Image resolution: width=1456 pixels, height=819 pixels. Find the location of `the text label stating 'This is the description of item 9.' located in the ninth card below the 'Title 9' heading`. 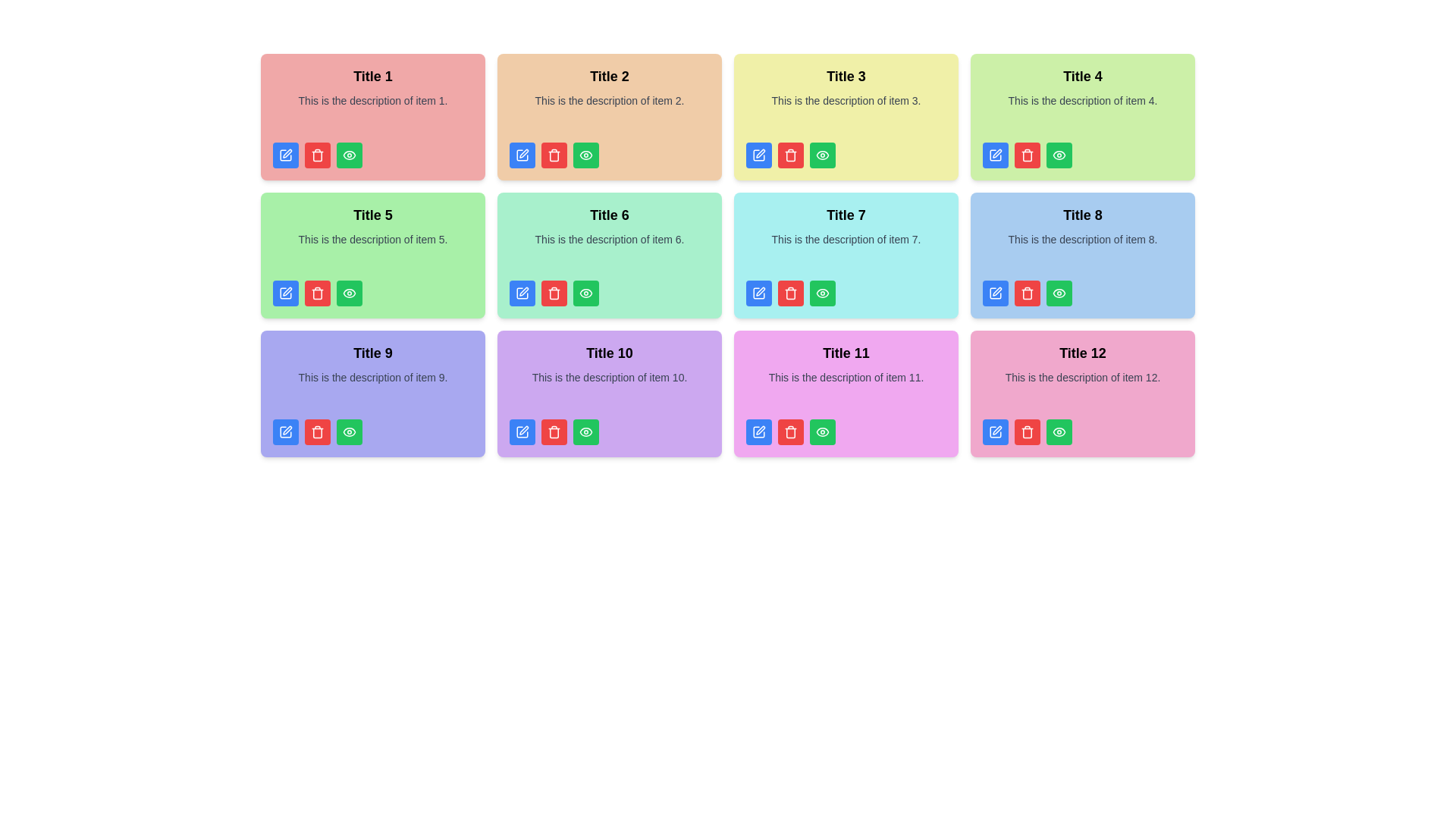

the text label stating 'This is the description of item 9.' located in the ninth card below the 'Title 9' heading is located at coordinates (372, 388).